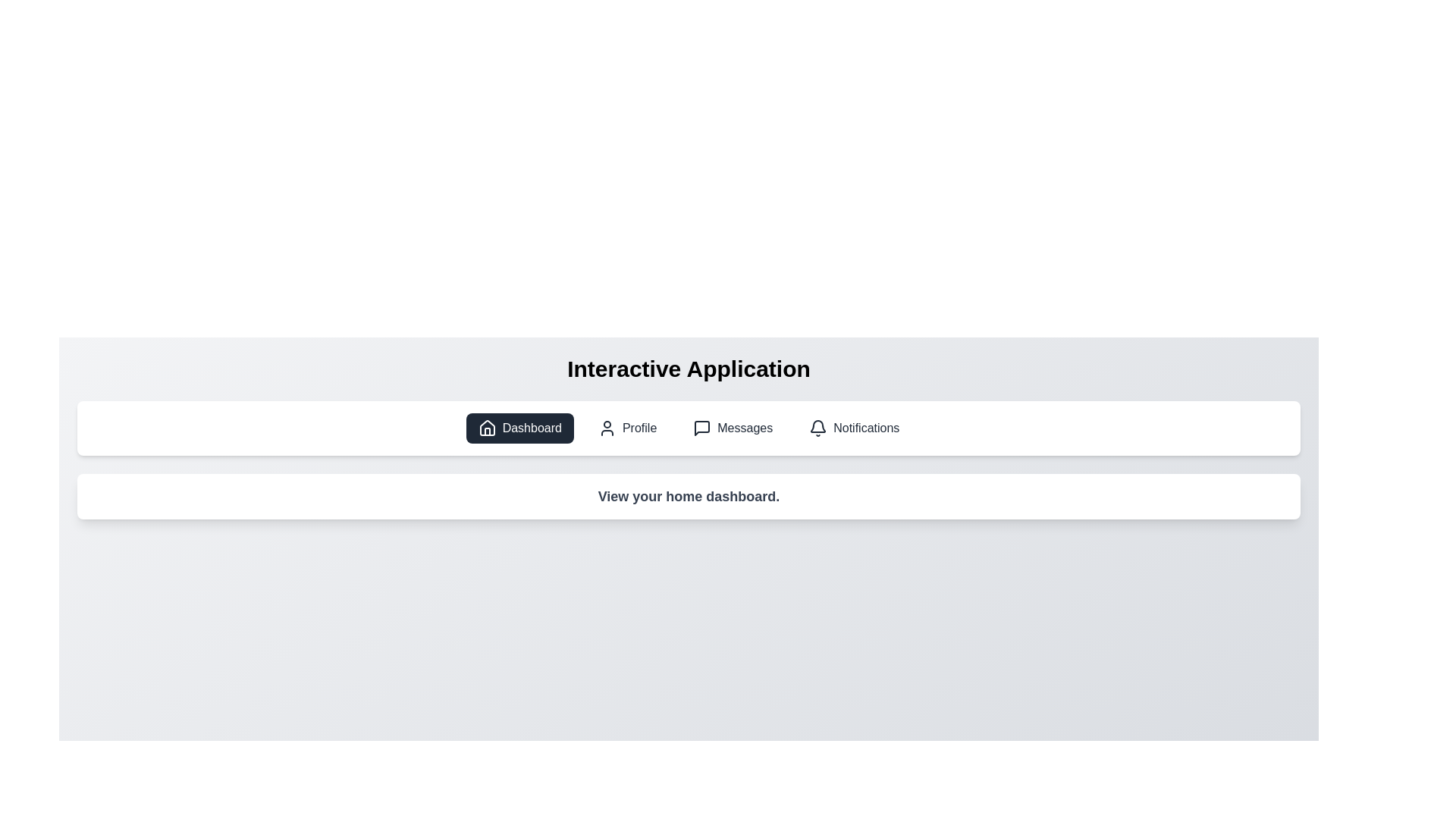 The height and width of the screenshot is (819, 1456). What do you see at coordinates (854, 428) in the screenshot?
I see `the tab associated with Notifications to inspect its icon` at bounding box center [854, 428].